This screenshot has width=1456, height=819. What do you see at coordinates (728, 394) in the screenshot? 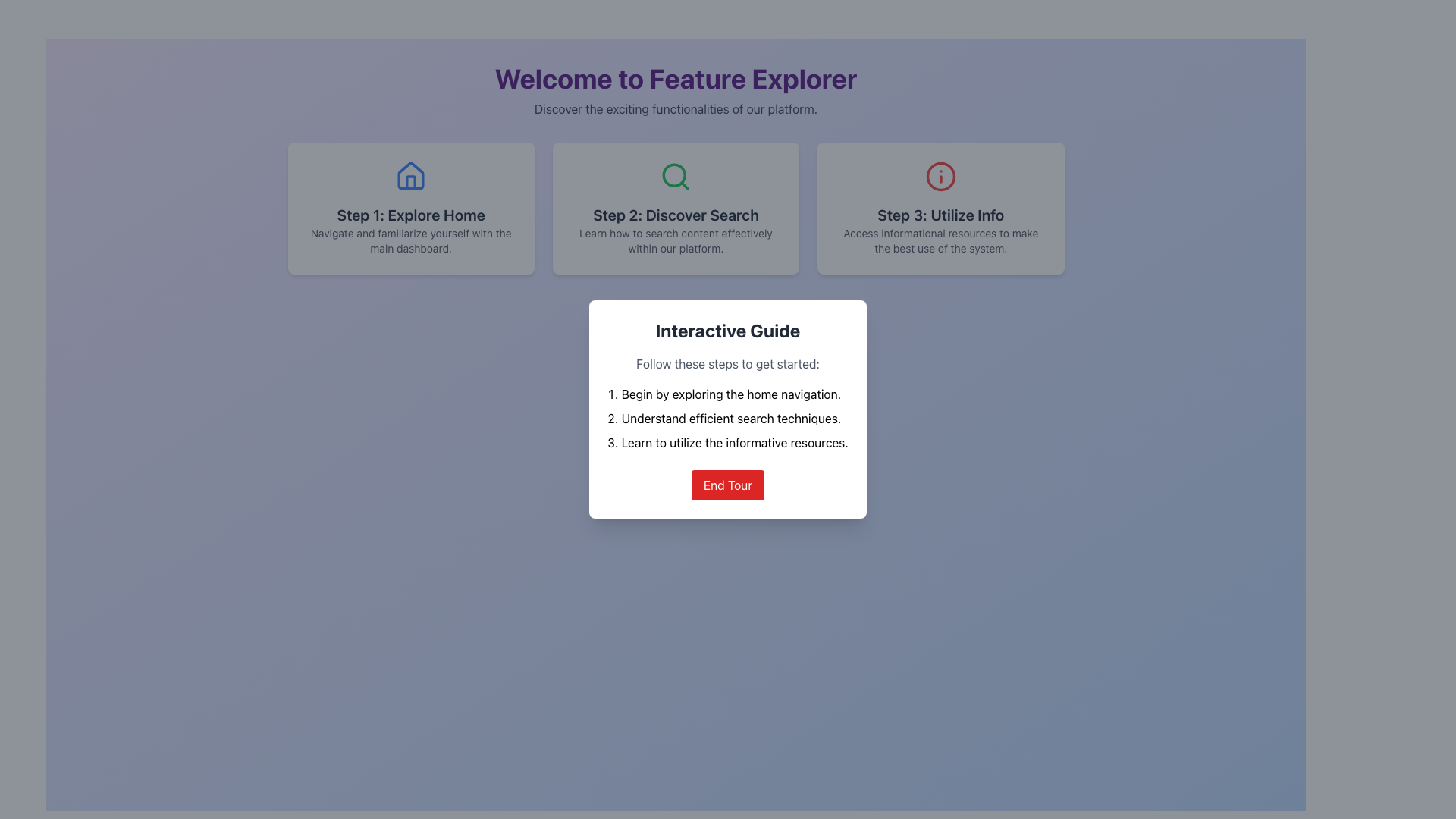
I see `the instructional text inviting the user to explore the home navigation within the 'Interactive Guide' dialog box` at bounding box center [728, 394].